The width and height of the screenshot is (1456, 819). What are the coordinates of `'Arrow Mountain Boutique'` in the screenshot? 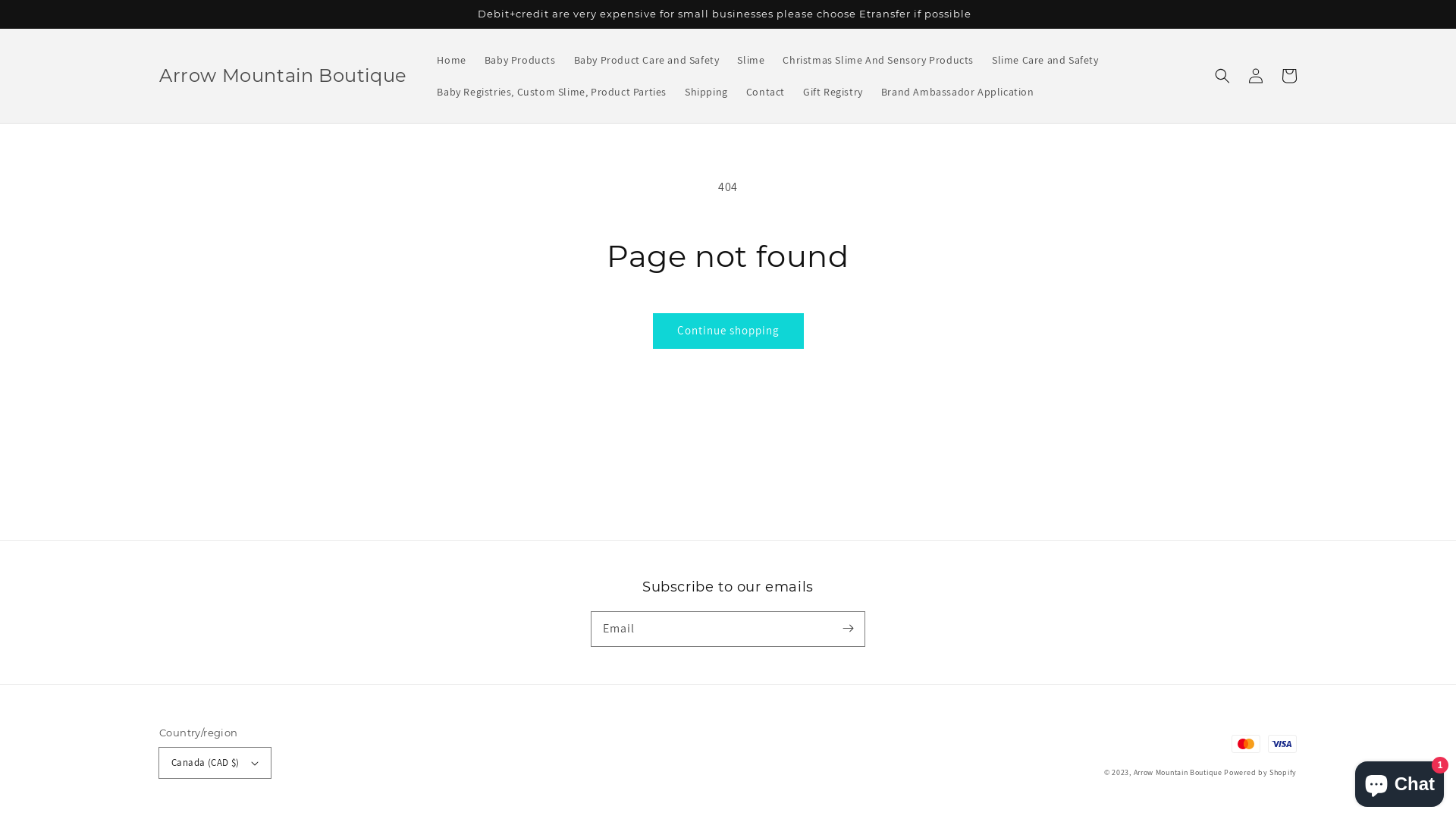 It's located at (152, 76).